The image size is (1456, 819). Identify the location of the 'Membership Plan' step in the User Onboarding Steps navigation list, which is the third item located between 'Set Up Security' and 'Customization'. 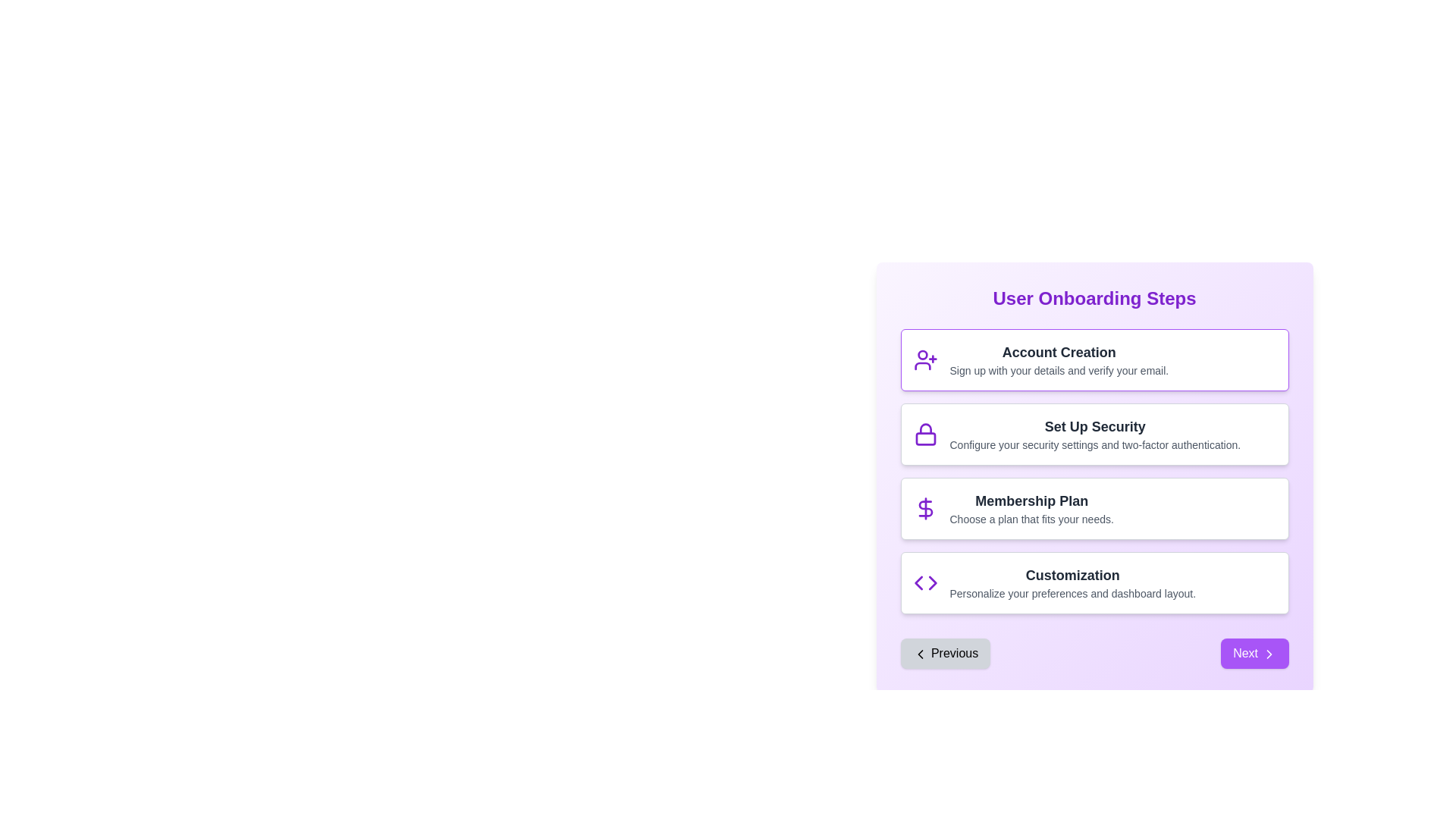
(1094, 509).